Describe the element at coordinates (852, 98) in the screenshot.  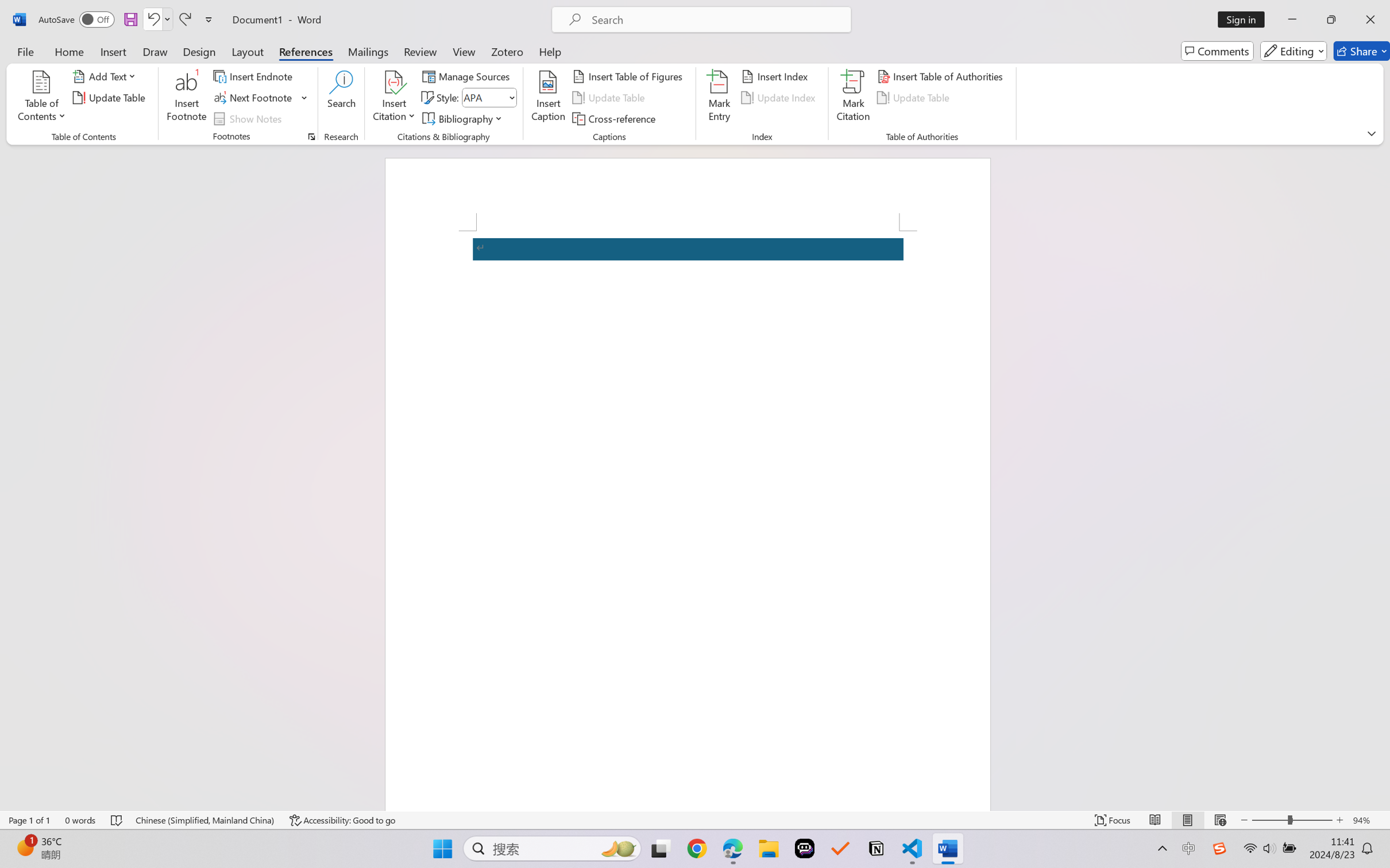
I see `'Mark Citation...'` at that location.